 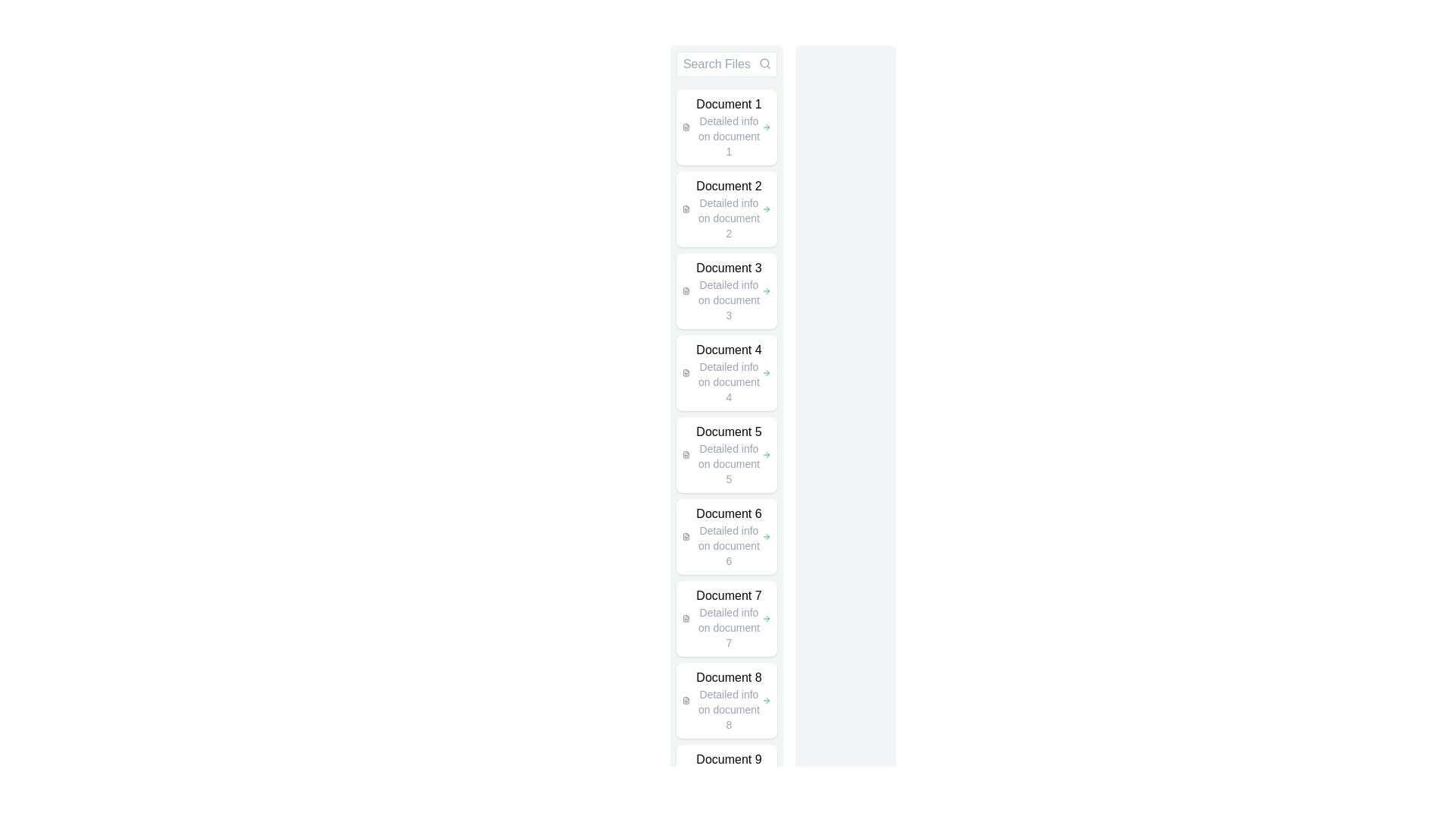 What do you see at coordinates (729, 536) in the screenshot?
I see `the text label providing informative details about Document 6, which is the sixth item in a vertical list of documents aligned on the left side of the interface` at bounding box center [729, 536].